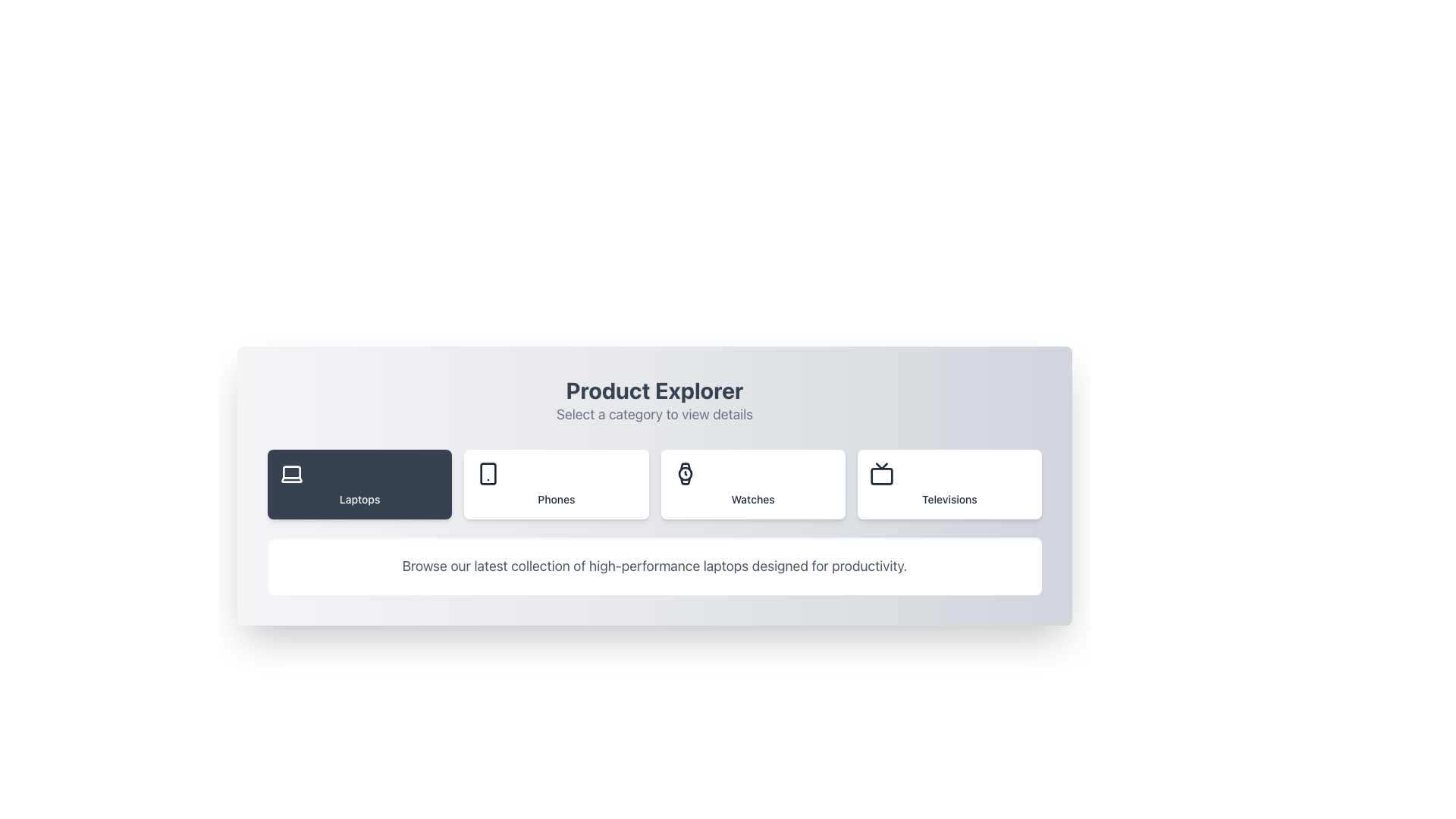  What do you see at coordinates (488, 472) in the screenshot?
I see `the larger rounded rectangle that forms the main body of the smartphone icon, located within the second card from the left under the 'Product Explorer' heading` at bounding box center [488, 472].